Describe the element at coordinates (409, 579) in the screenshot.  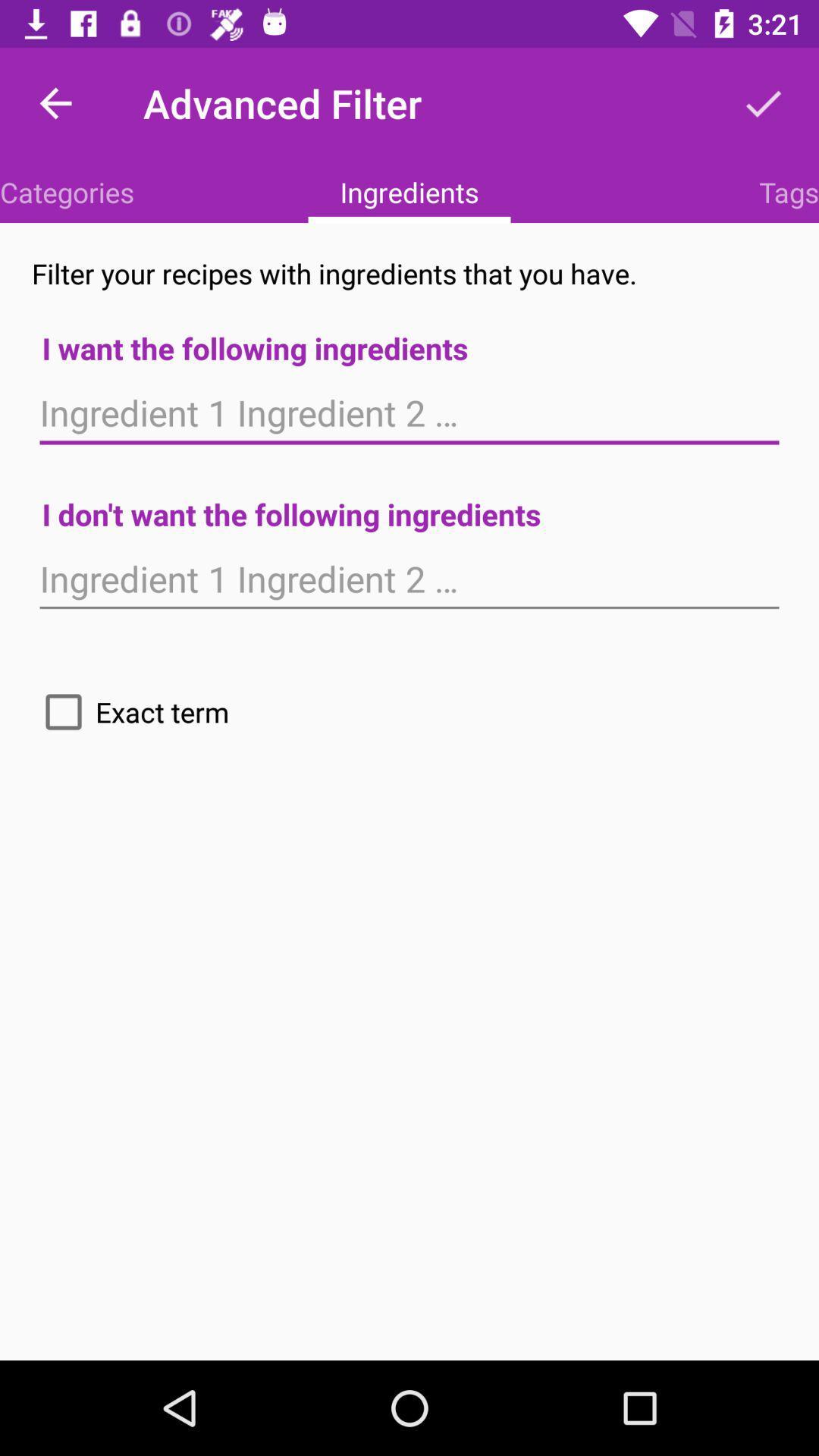
I see `exclude ingredient textbox` at that location.